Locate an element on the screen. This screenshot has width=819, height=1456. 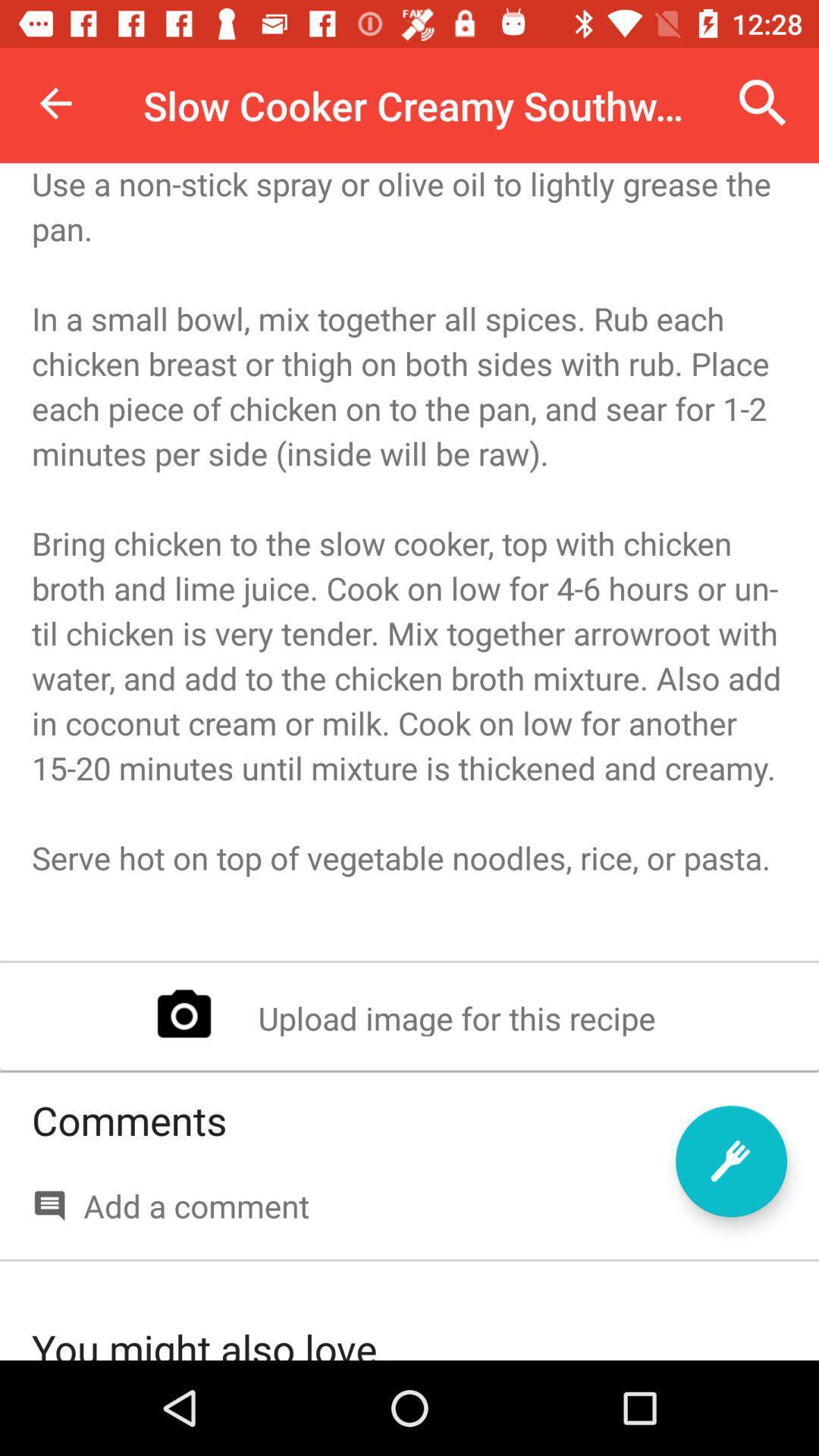
icon above the begin by heating is located at coordinates (763, 102).